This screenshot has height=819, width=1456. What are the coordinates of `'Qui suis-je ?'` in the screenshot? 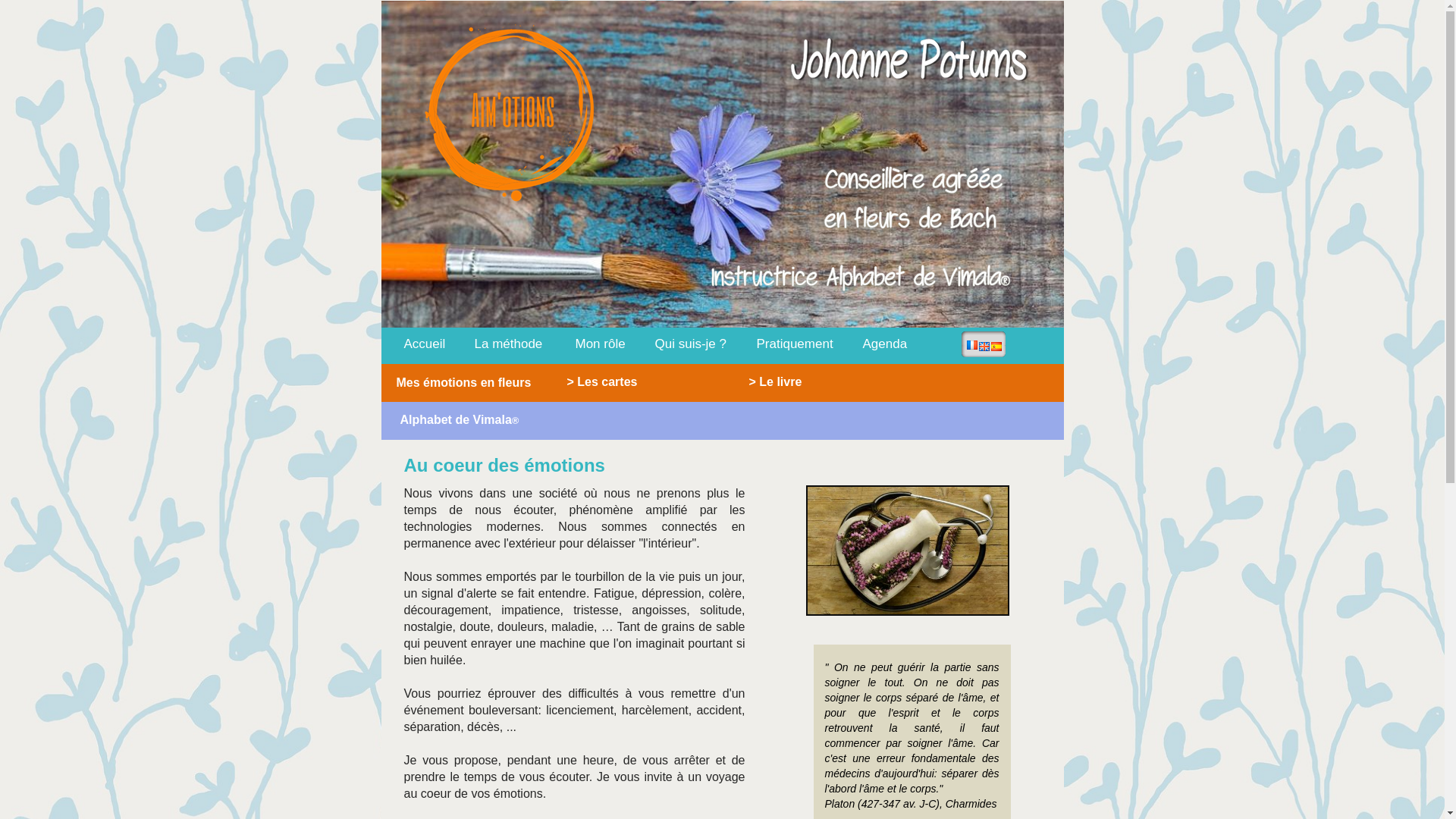 It's located at (689, 343).